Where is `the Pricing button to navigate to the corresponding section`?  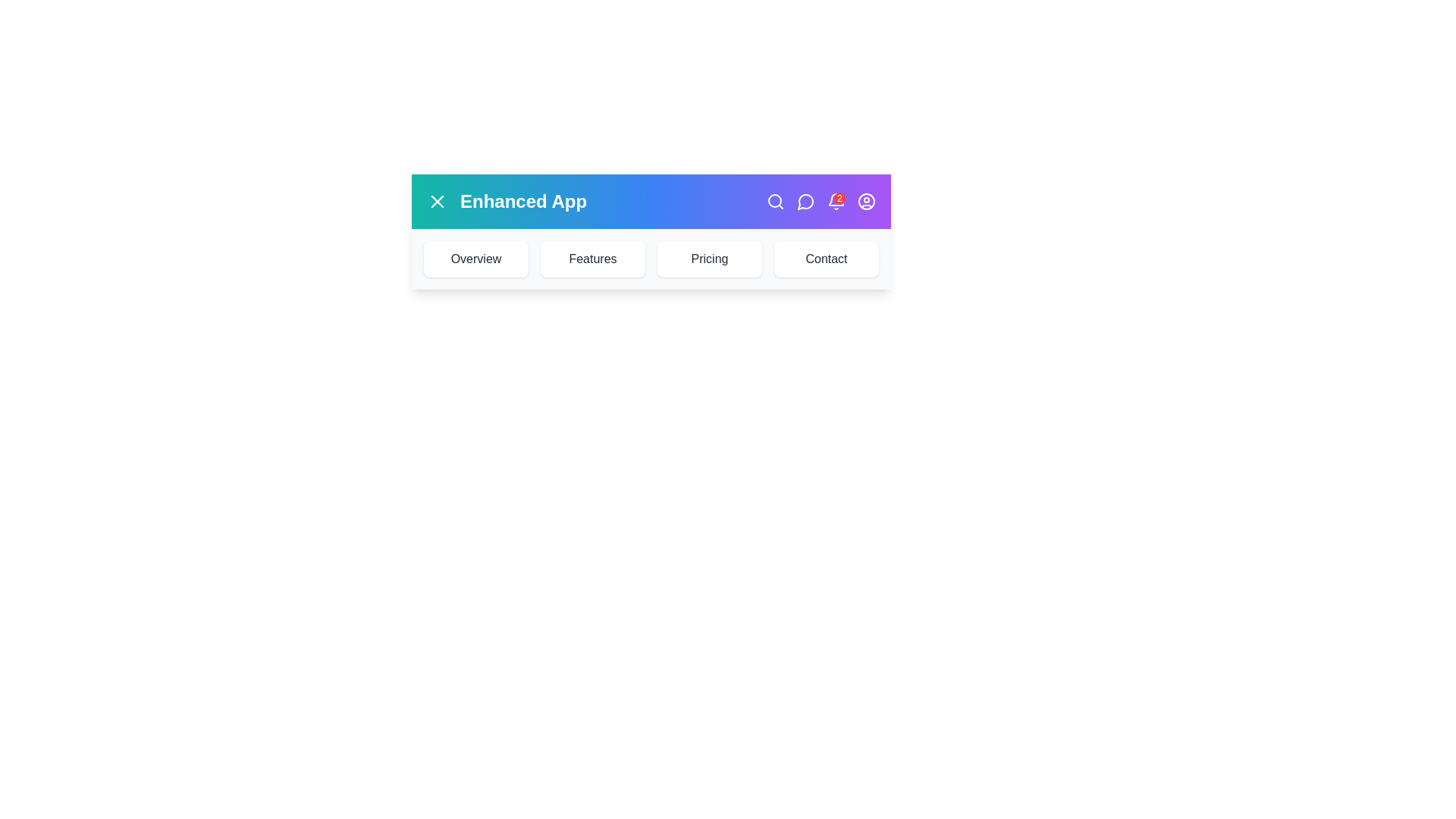
the Pricing button to navigate to the corresponding section is located at coordinates (709, 259).